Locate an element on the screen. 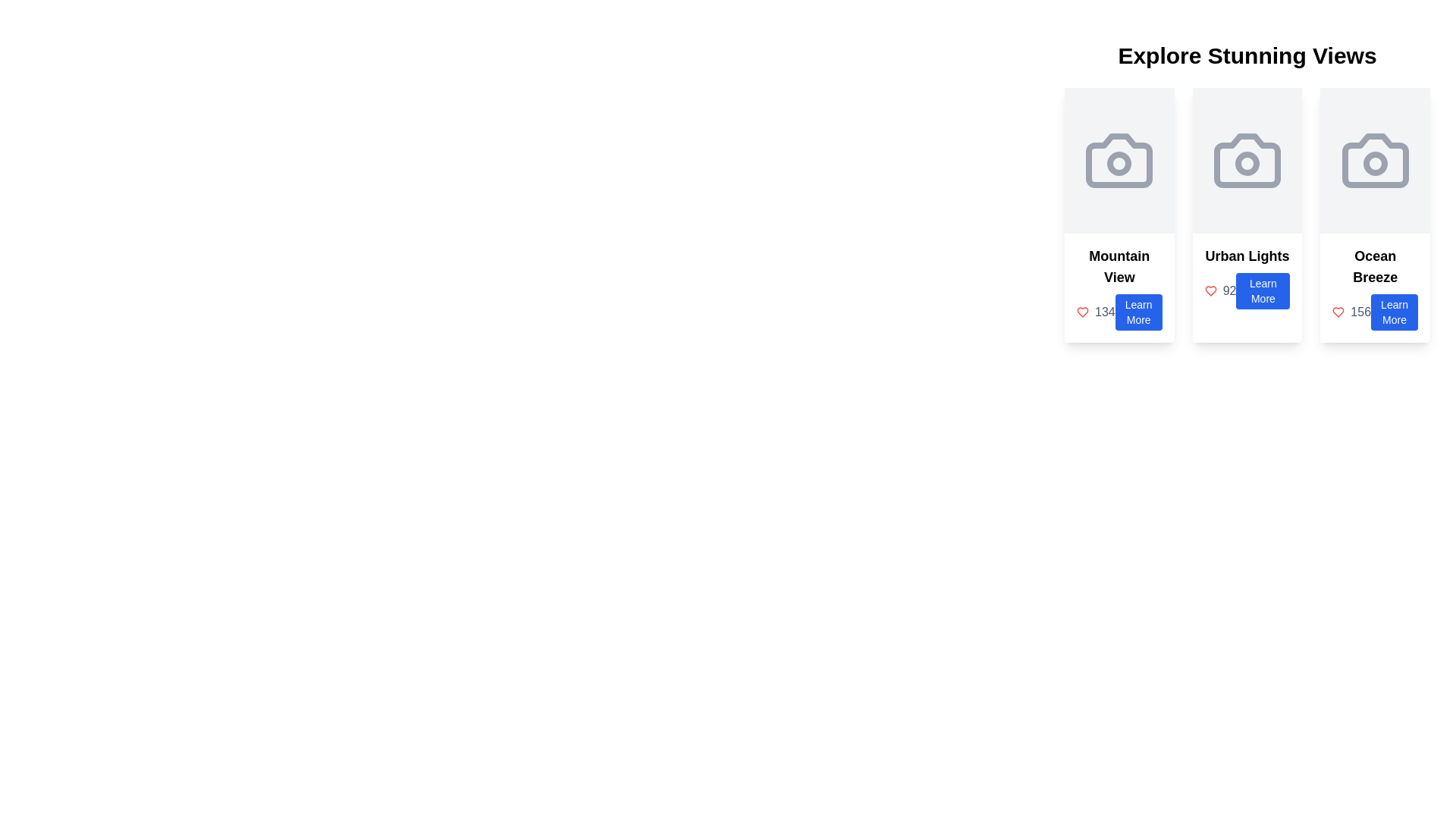 The width and height of the screenshot is (1456, 819). the camera icon representing photography in the 'Urban Lights' card, located at the topmost part of the middle card in a three-card layout is located at coordinates (1247, 161).